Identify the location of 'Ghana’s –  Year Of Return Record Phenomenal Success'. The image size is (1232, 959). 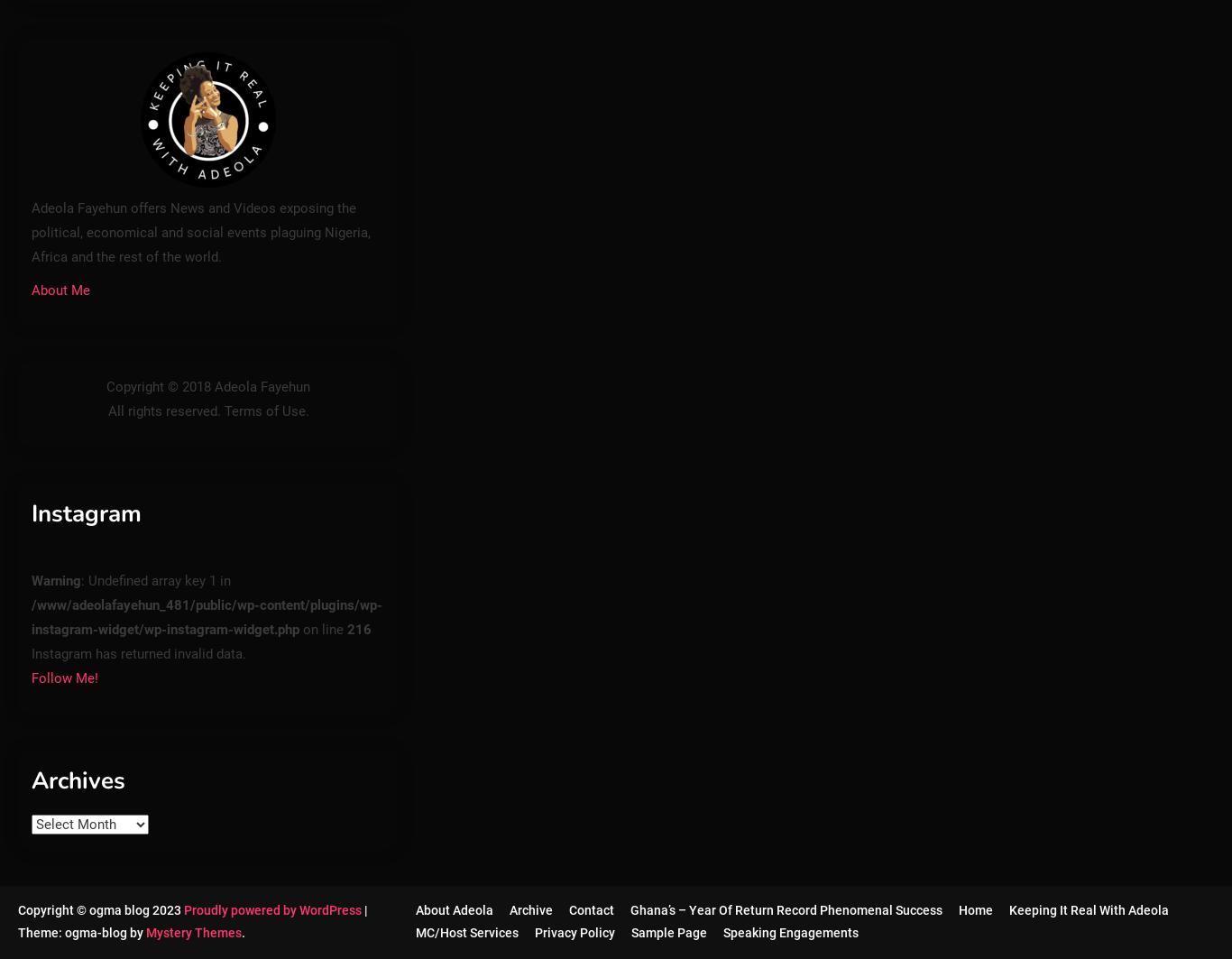
(784, 908).